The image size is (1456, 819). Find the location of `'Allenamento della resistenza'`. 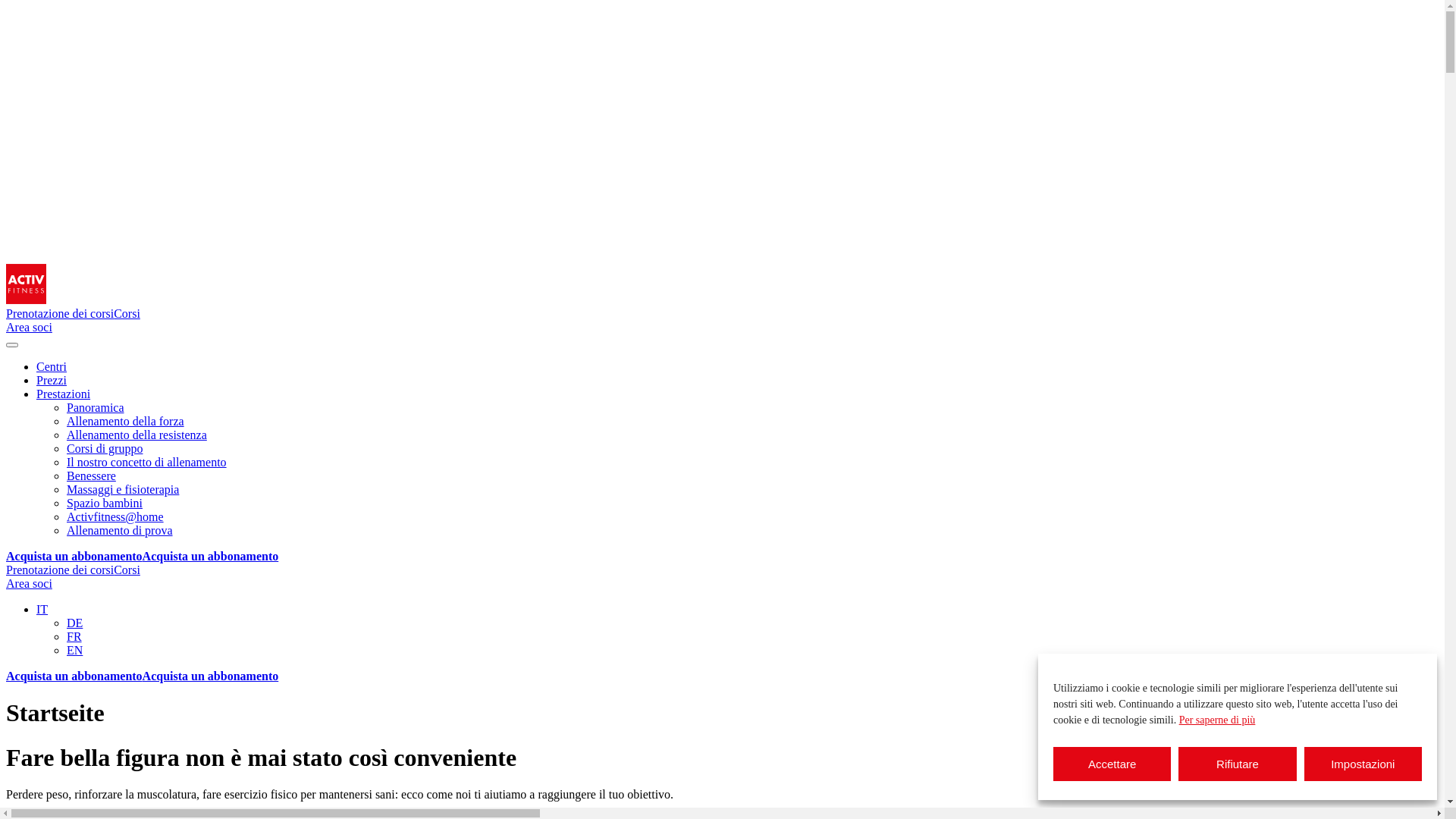

'Allenamento della resistenza' is located at coordinates (136, 435).